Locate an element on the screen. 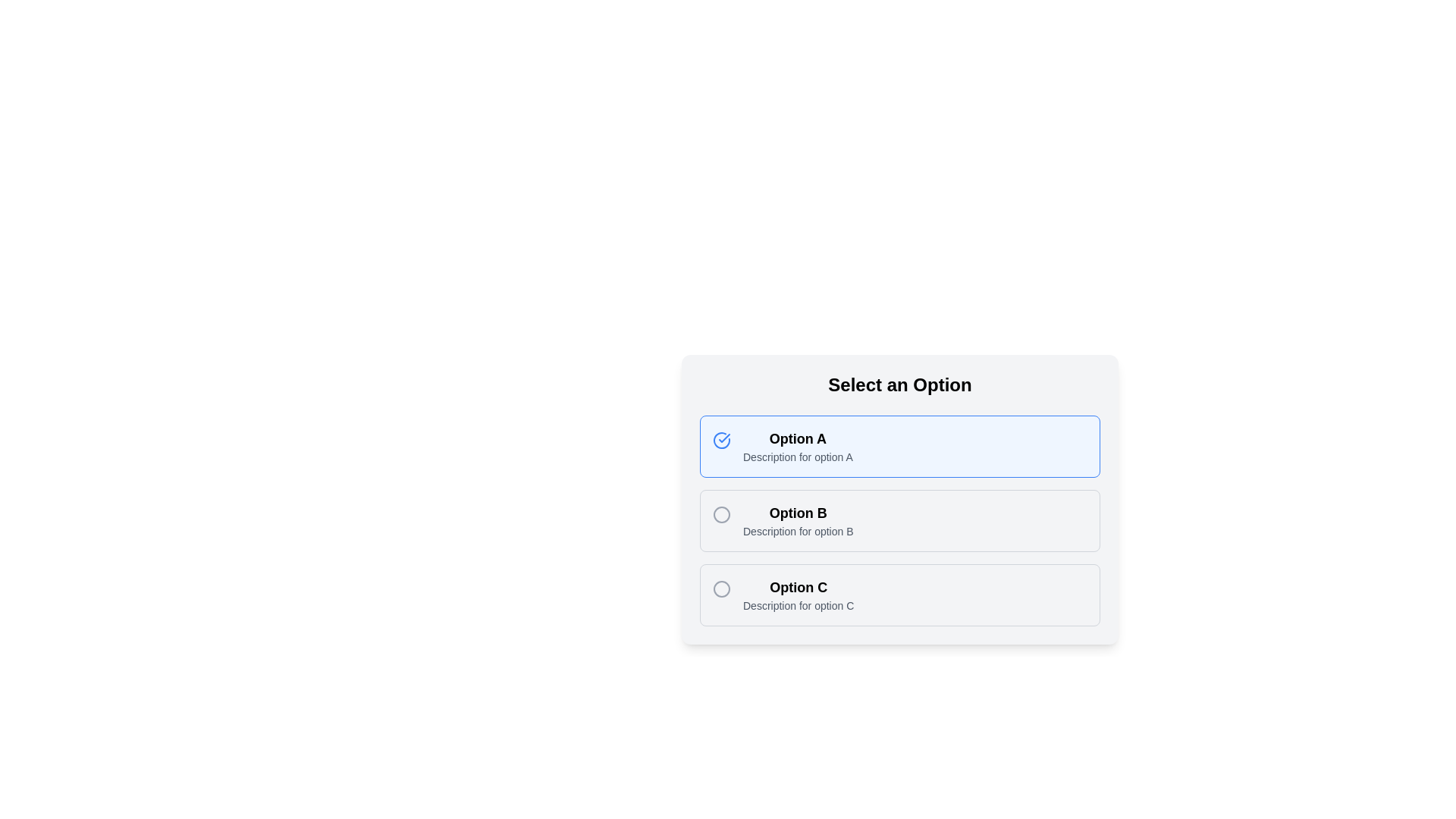 This screenshot has width=1456, height=819. the text label 'Option B', which is styled with a bold and larger font, located in the second option group of the selection menu is located at coordinates (797, 513).